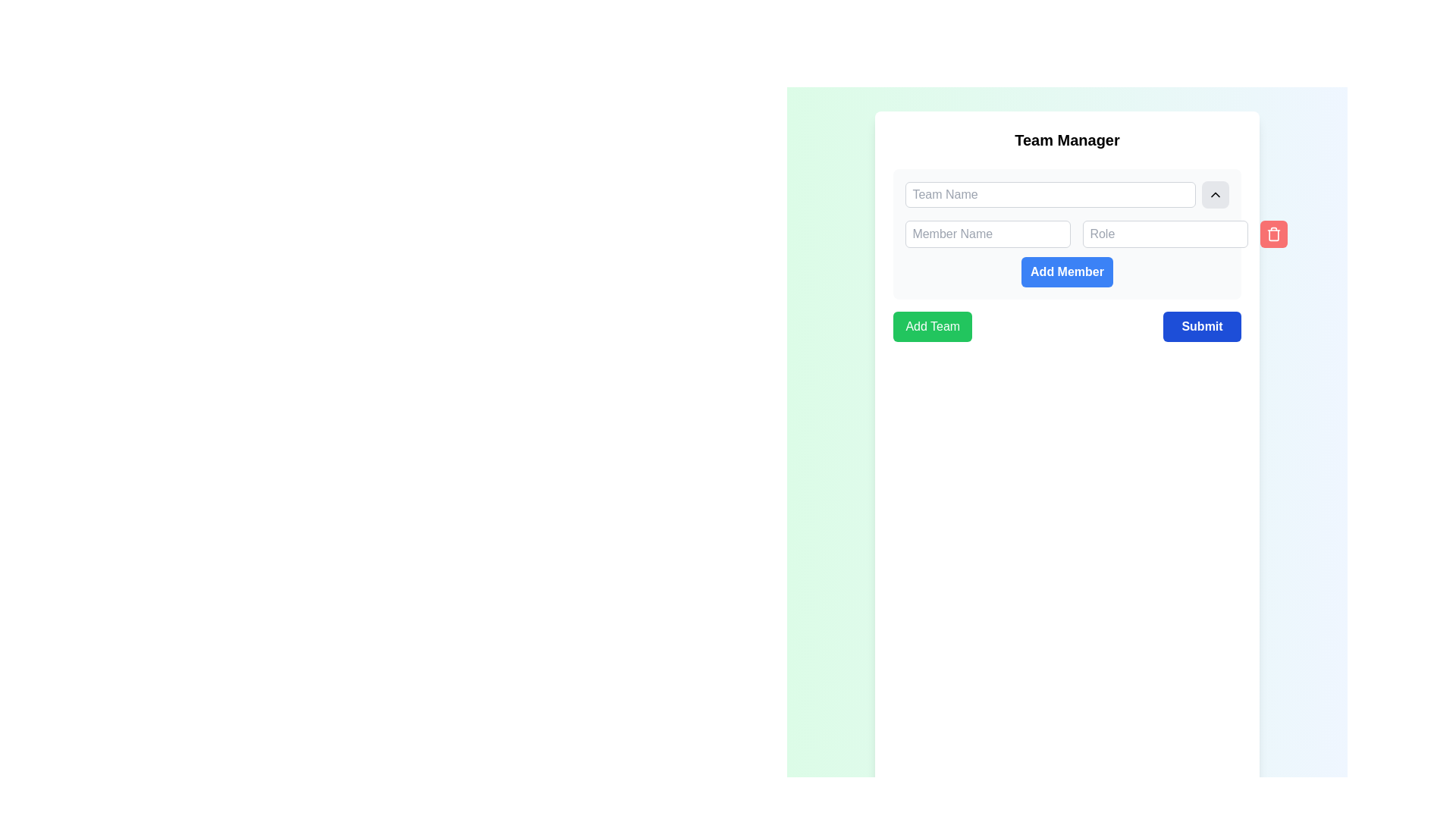 The height and width of the screenshot is (819, 1456). I want to click on the button with a gray background and upward-pointing chevron icon, so click(1215, 194).